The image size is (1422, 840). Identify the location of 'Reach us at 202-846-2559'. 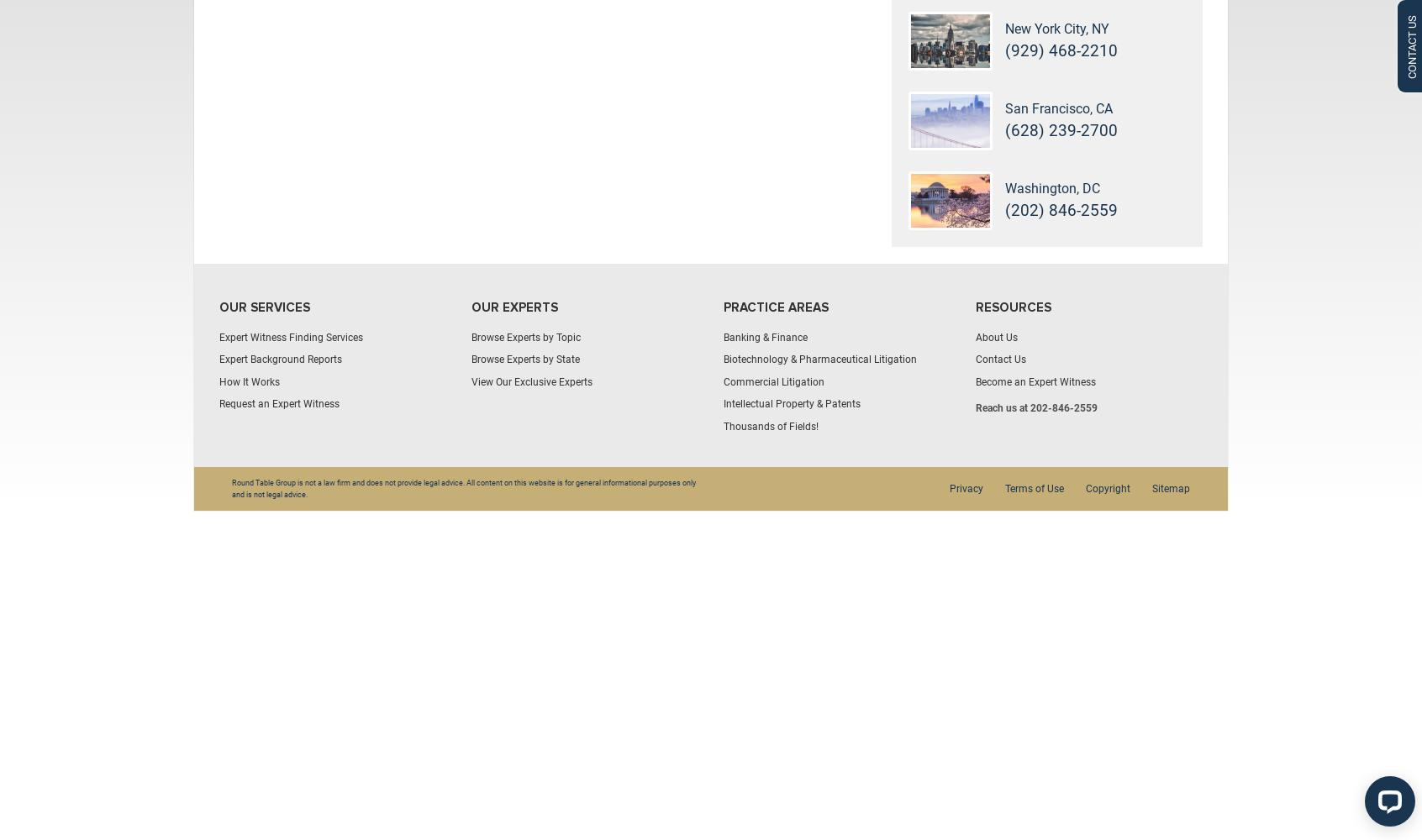
(1036, 407).